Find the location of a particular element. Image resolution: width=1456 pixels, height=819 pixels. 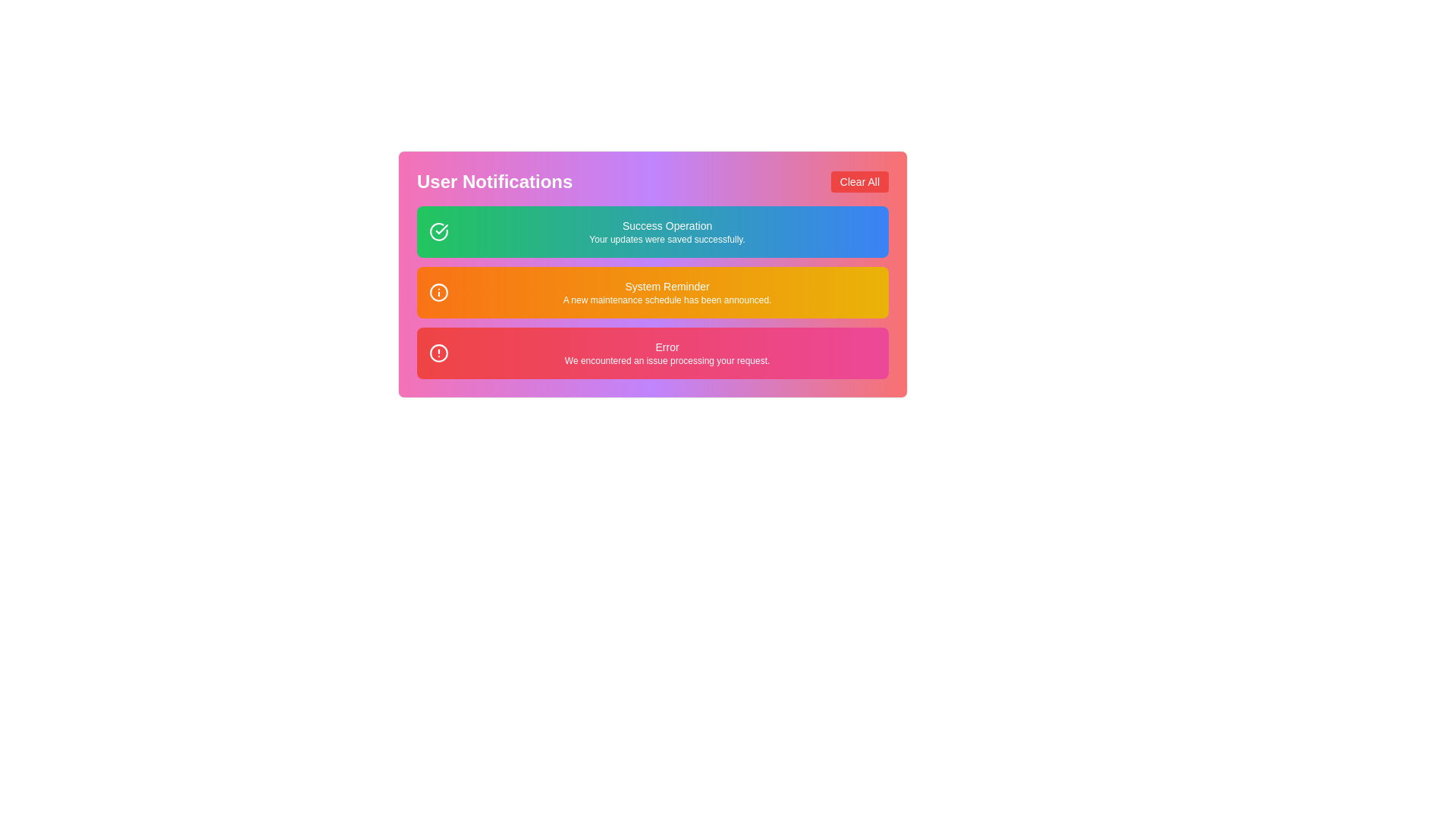

the success indicator icon located at the top-left corner of the notification block labeled 'Success Operation', which is positioned to the left of the text 'Your updates were saved successfully.' is located at coordinates (438, 231).